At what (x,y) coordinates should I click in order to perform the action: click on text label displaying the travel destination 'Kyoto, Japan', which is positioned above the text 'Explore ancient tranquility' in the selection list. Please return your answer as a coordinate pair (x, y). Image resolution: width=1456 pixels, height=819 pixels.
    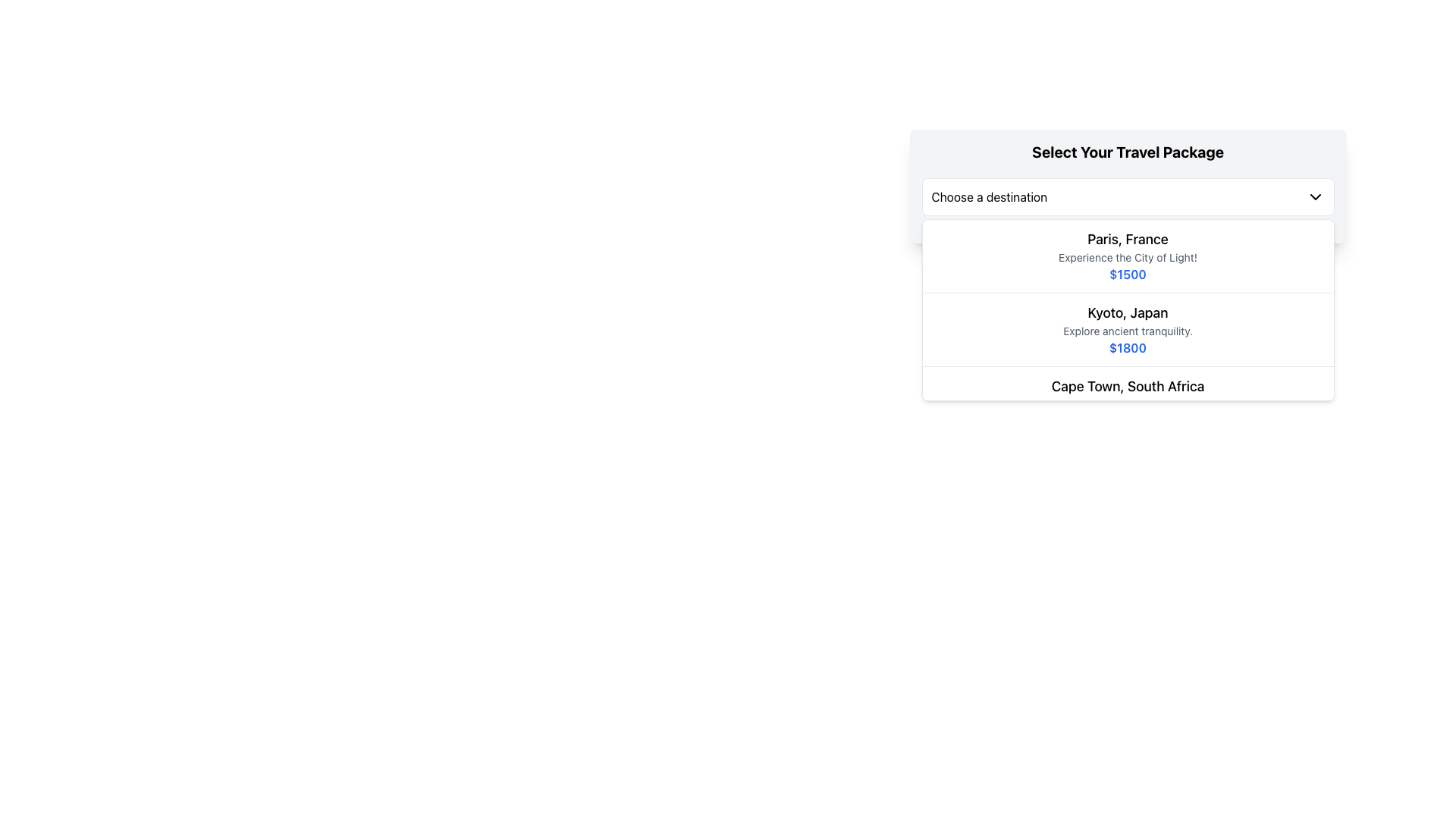
    Looking at the image, I should click on (1128, 312).